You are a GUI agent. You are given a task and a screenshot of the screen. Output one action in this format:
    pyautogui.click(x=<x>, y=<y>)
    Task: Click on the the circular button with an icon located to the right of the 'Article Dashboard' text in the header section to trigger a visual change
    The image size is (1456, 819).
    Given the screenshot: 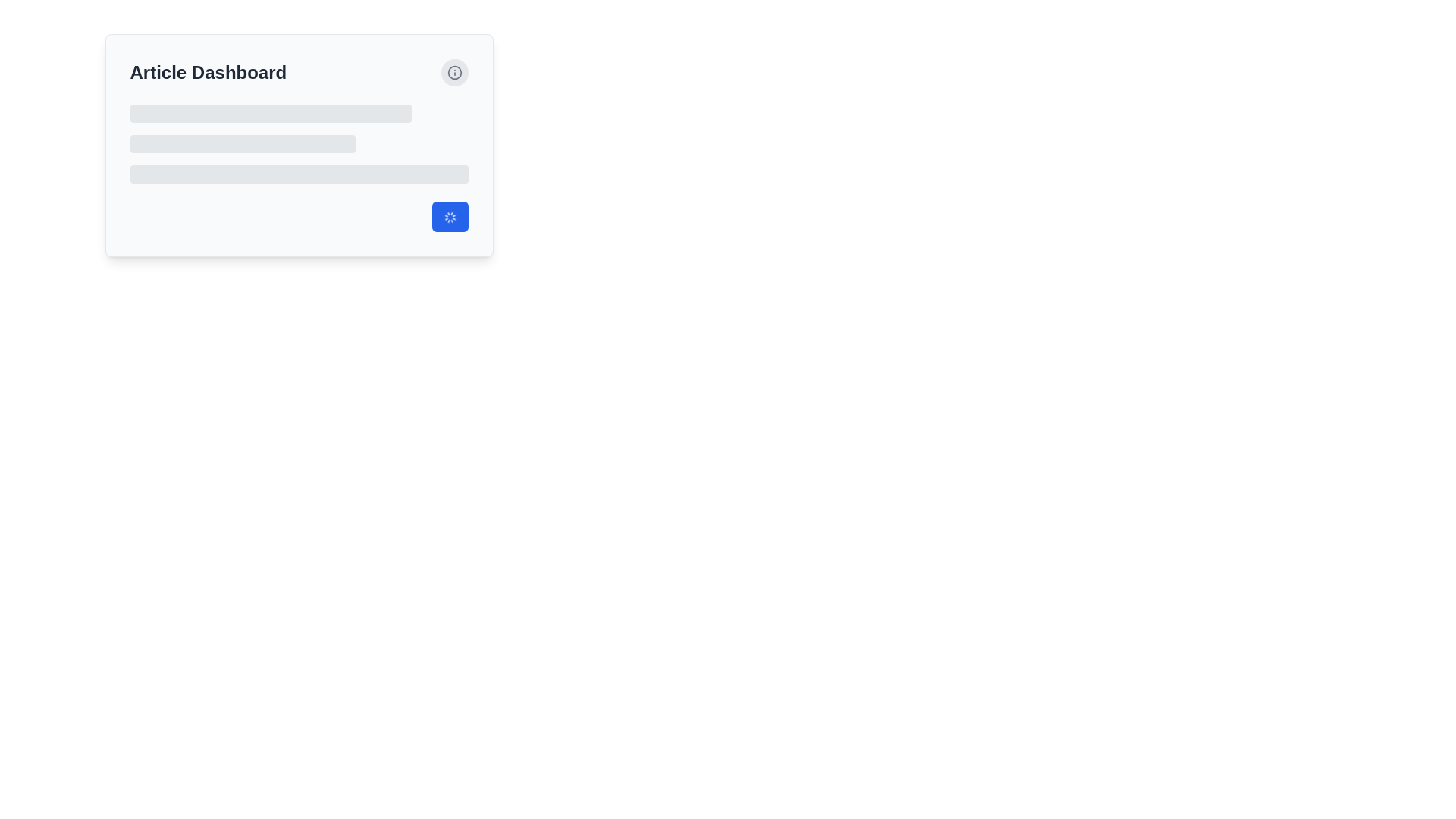 What is the action you would take?
    pyautogui.click(x=453, y=73)
    